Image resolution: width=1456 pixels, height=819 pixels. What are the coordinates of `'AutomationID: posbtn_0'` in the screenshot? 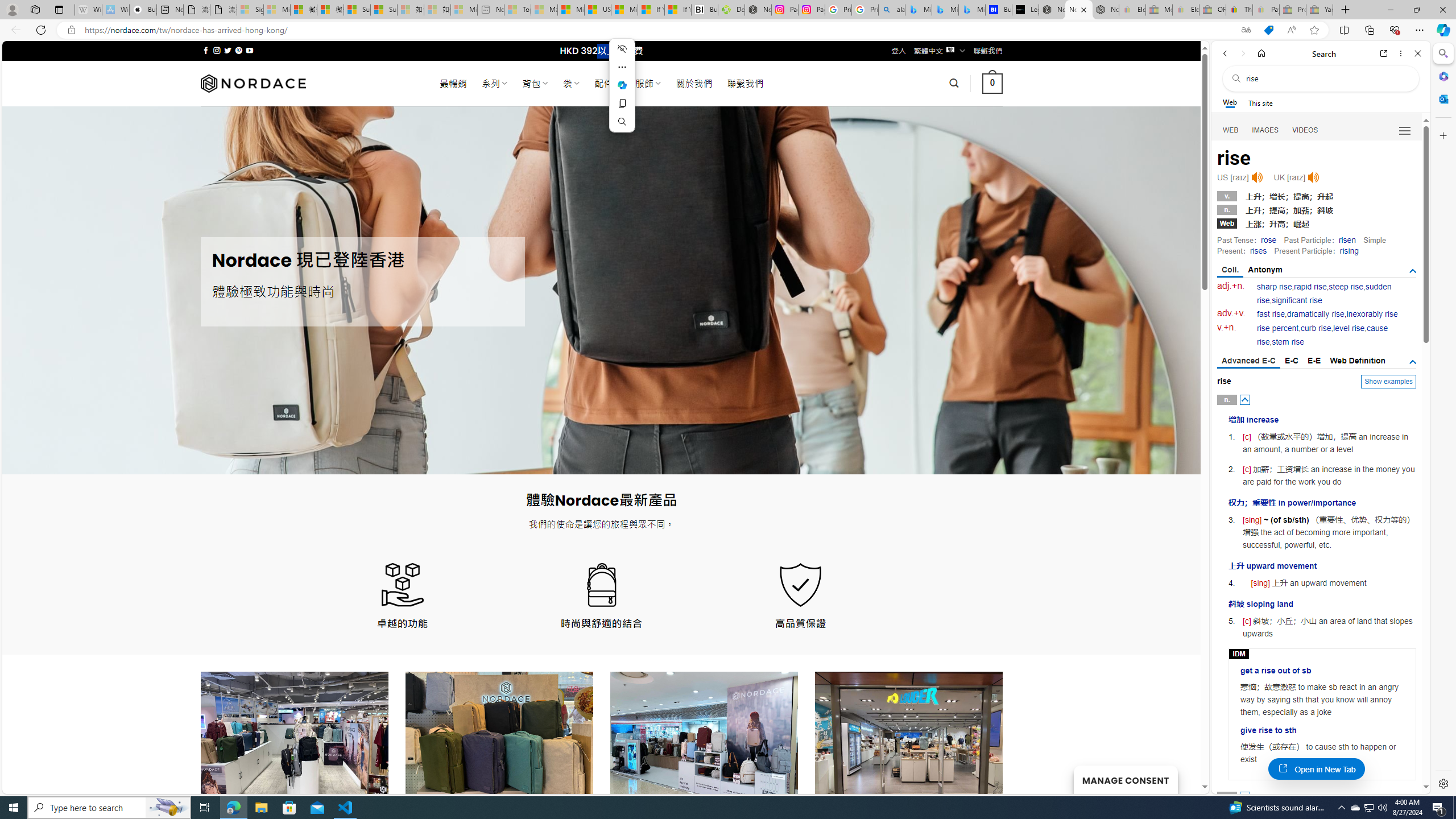 It's located at (1245, 399).